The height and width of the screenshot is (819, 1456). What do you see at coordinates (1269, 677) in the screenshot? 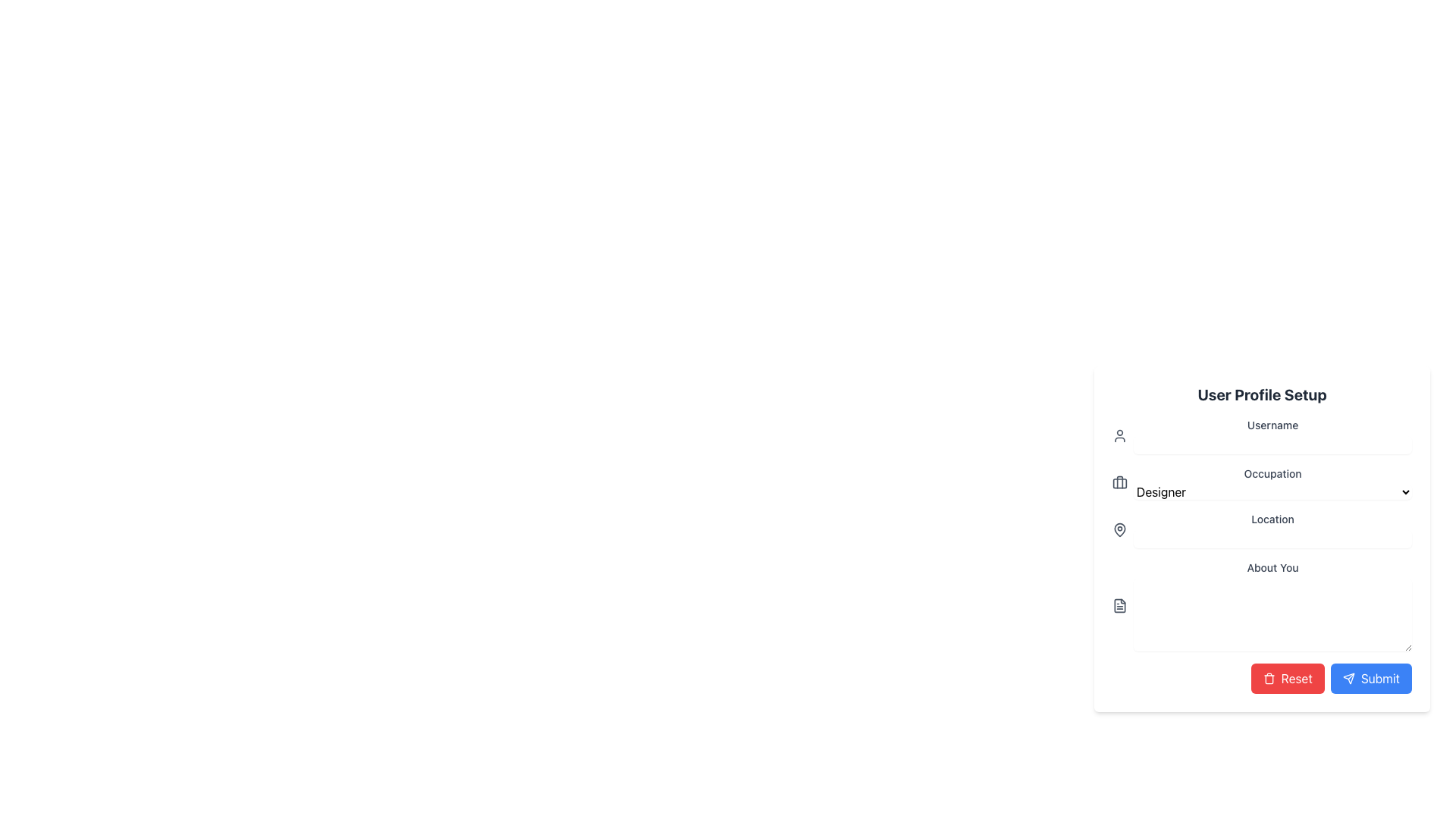
I see `the reset icon located on the left side of the 'Reset' button at the bottom-left of the form` at bounding box center [1269, 677].